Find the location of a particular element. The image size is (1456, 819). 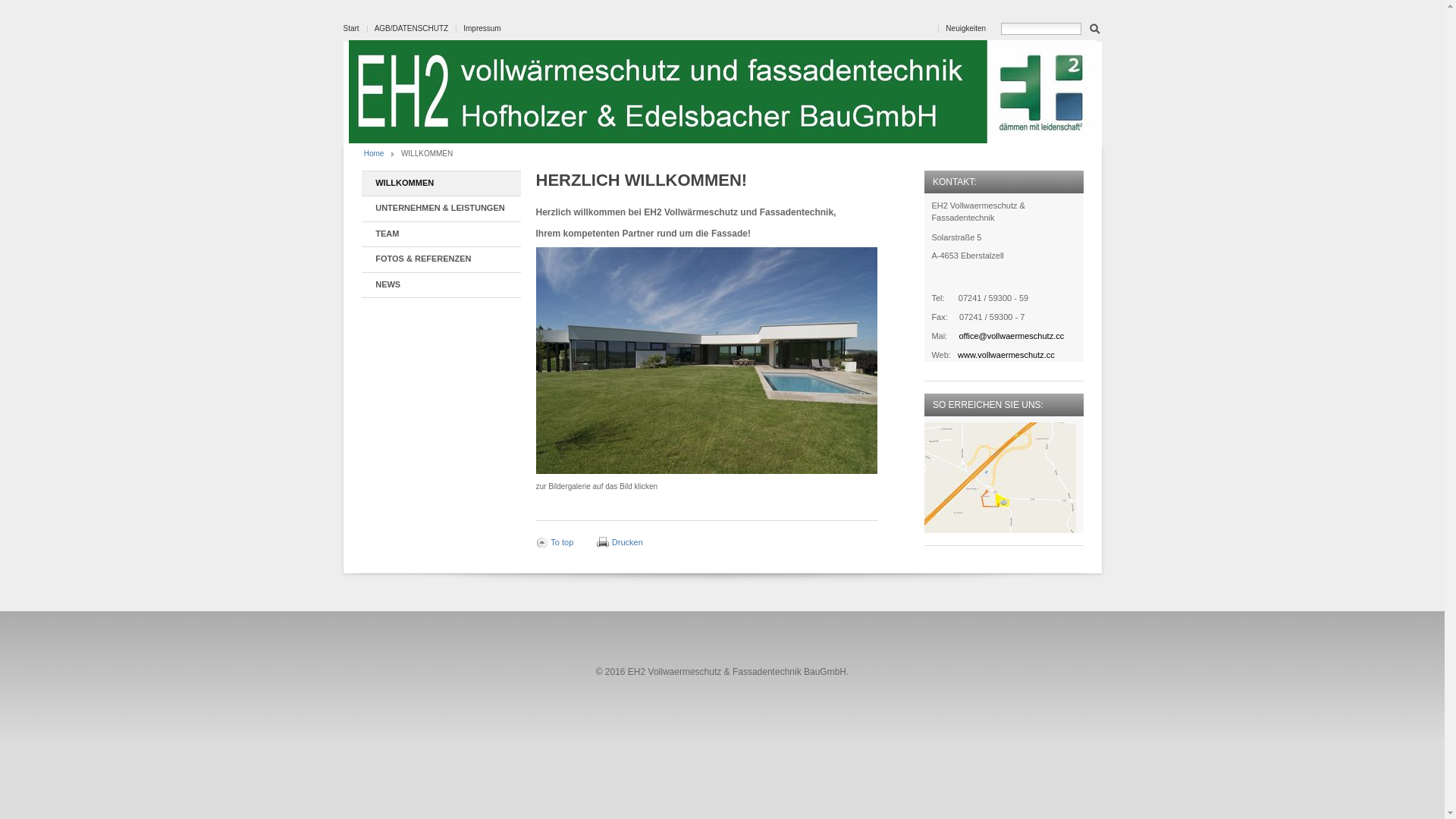

'AGB/DATENSCHUTZ' is located at coordinates (375, 28).